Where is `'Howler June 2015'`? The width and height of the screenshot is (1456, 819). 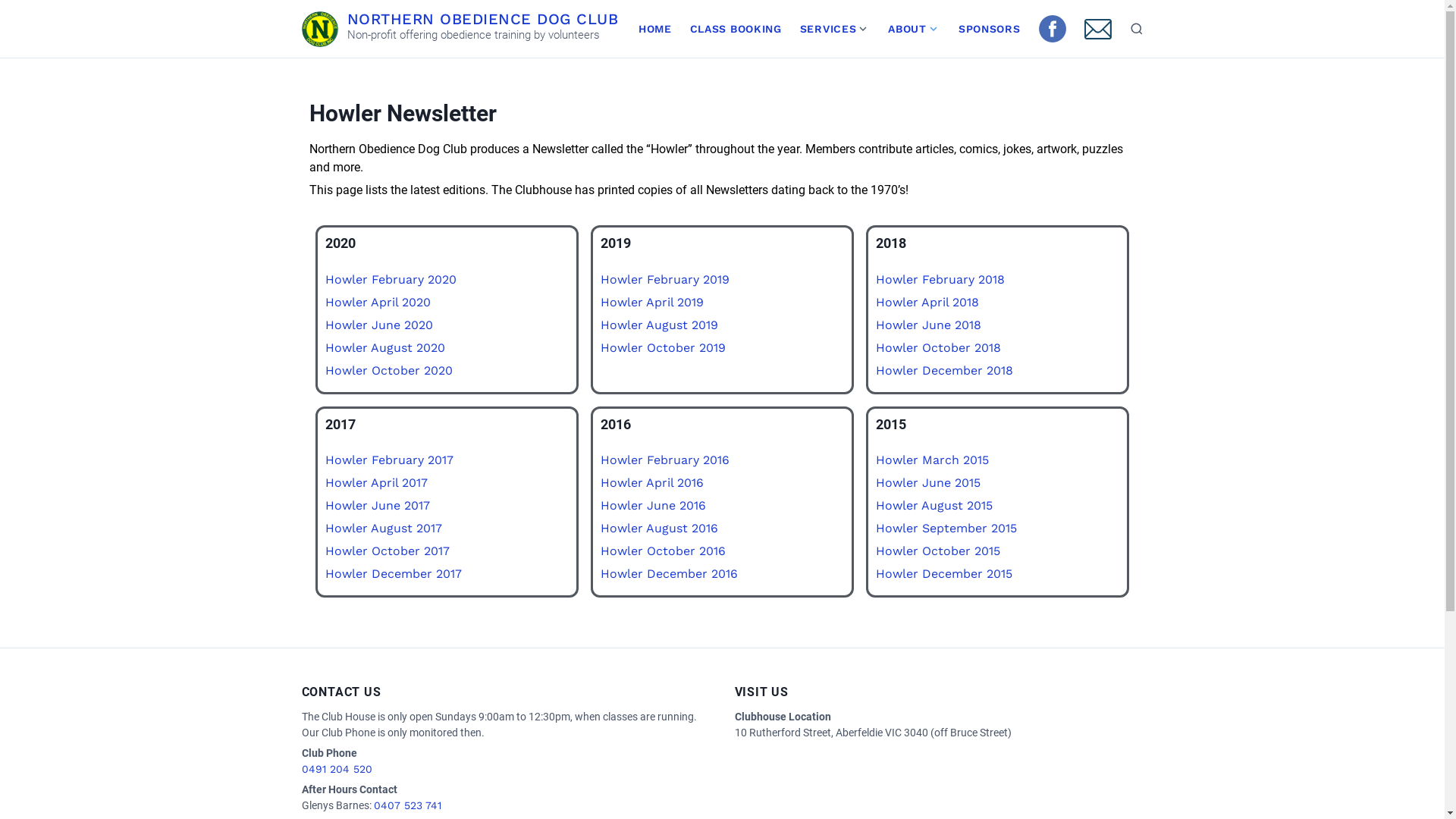
'Howler June 2015' is located at coordinates (927, 482).